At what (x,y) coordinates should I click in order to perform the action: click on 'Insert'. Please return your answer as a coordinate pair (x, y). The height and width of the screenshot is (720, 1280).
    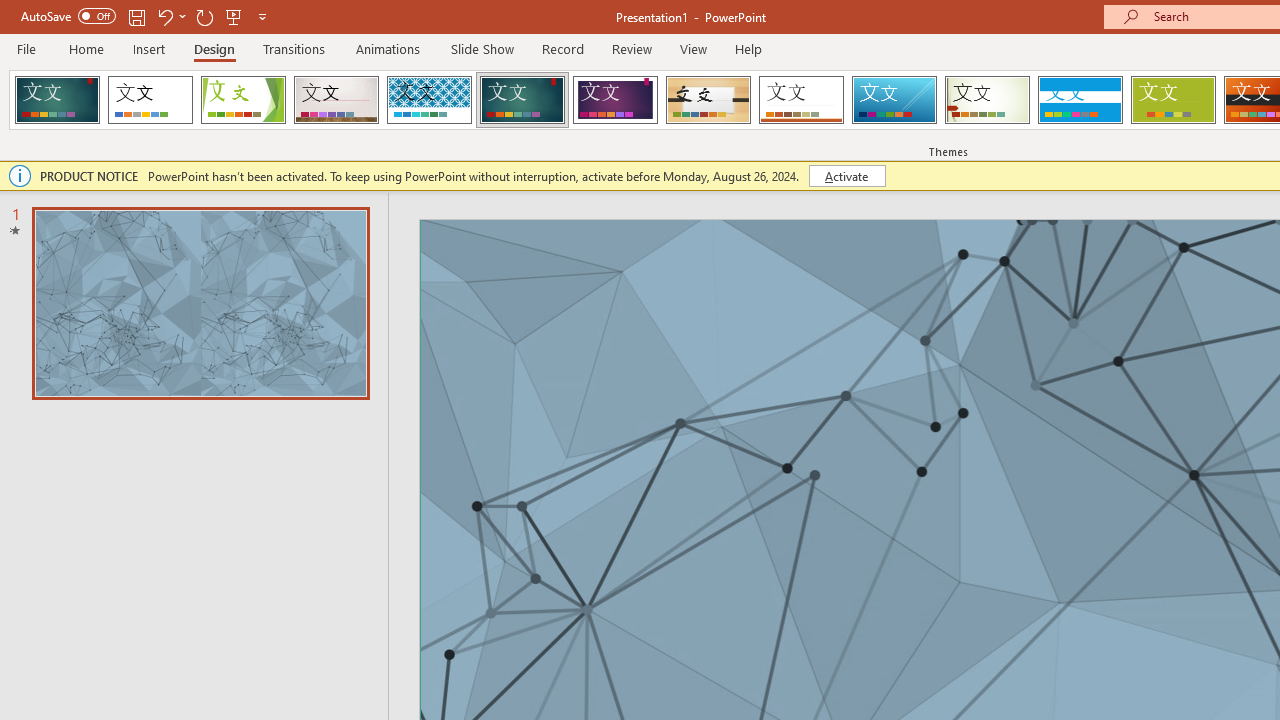
    Looking at the image, I should click on (148, 48).